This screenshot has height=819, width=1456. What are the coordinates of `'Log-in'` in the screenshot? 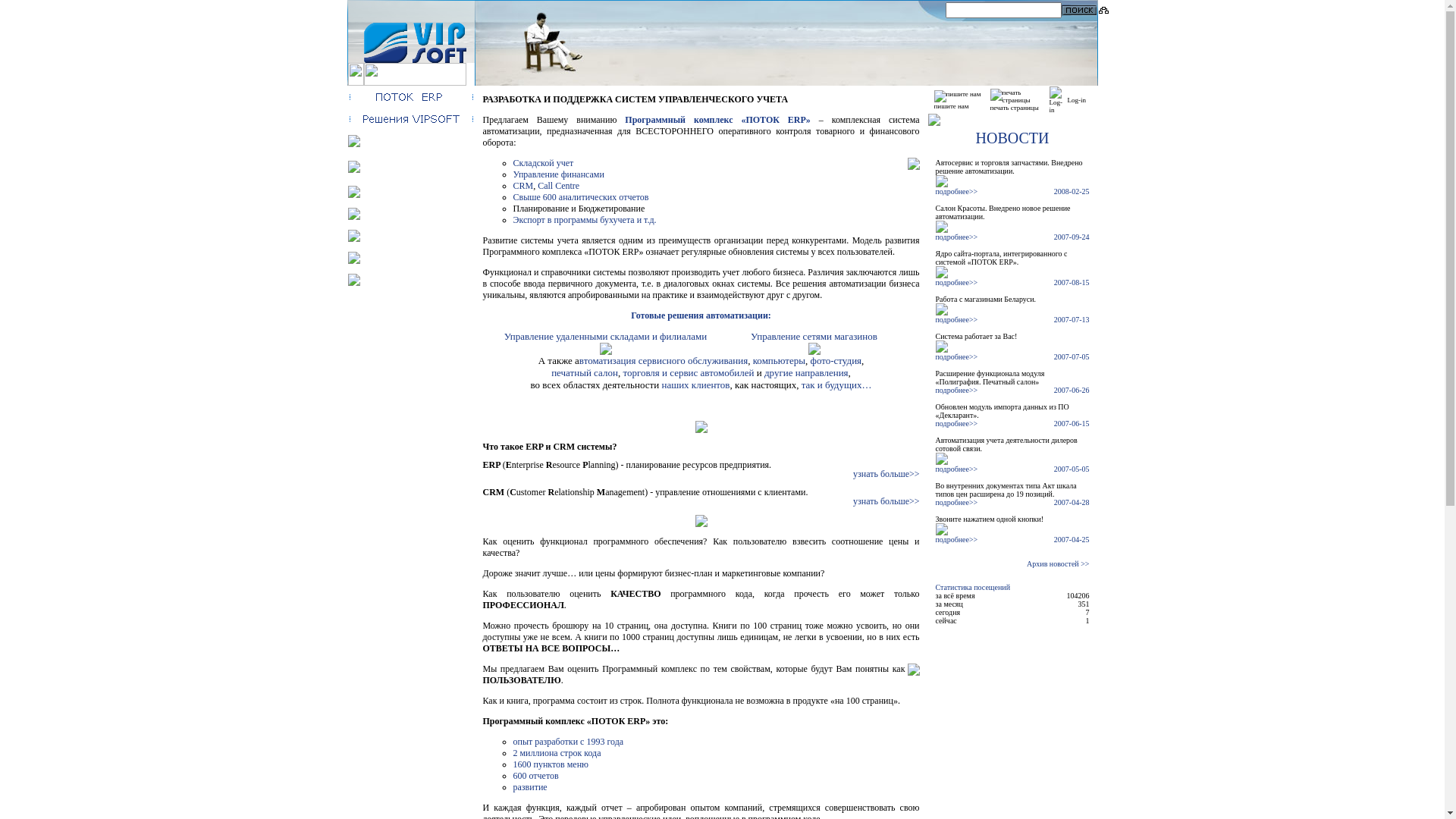 It's located at (1076, 99).